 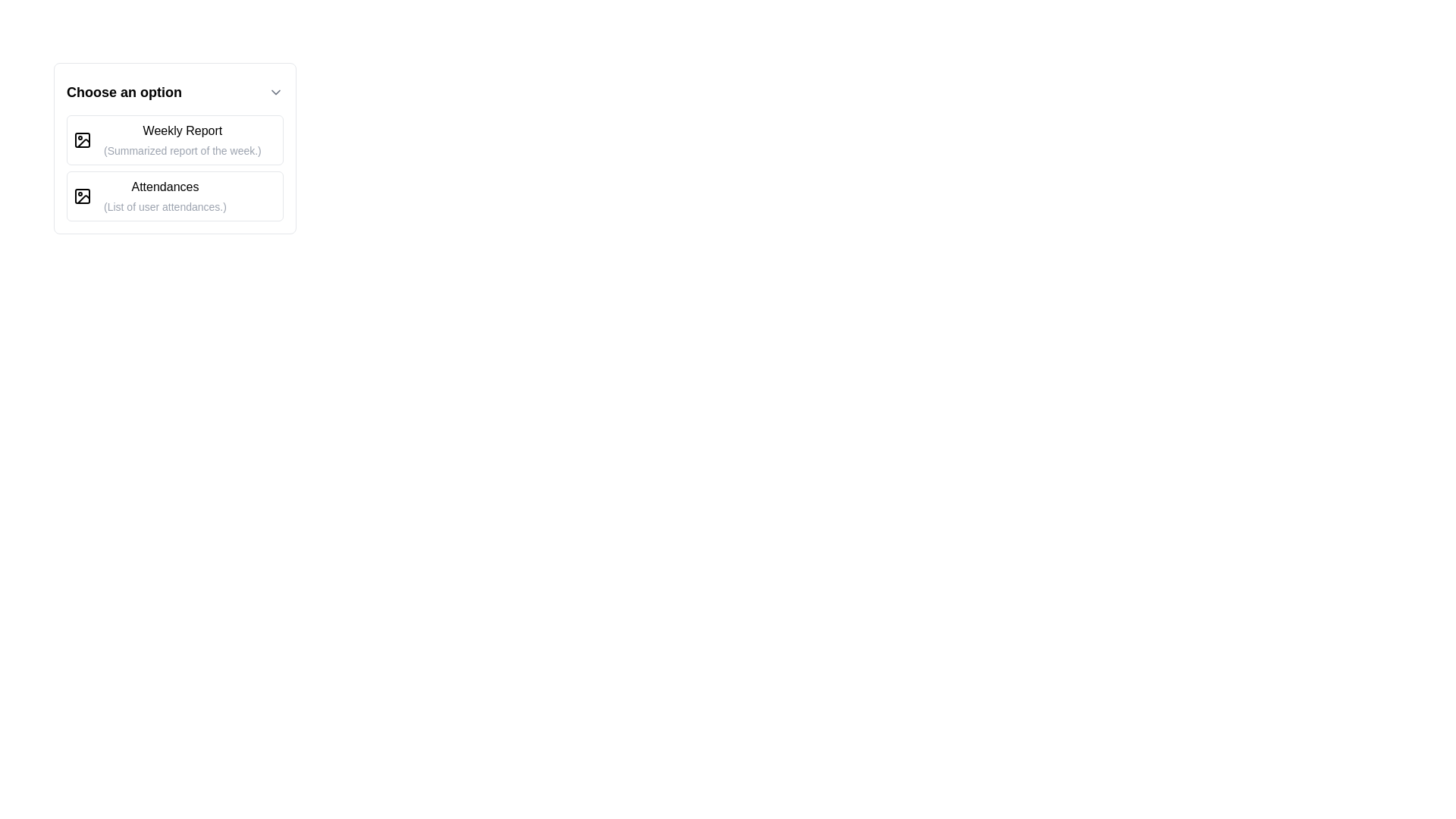 I want to click on text label indicating user attendance, located below the 'Weekly Report' entry and above the descriptive subtext '(List of user attendances.)', so click(x=165, y=186).